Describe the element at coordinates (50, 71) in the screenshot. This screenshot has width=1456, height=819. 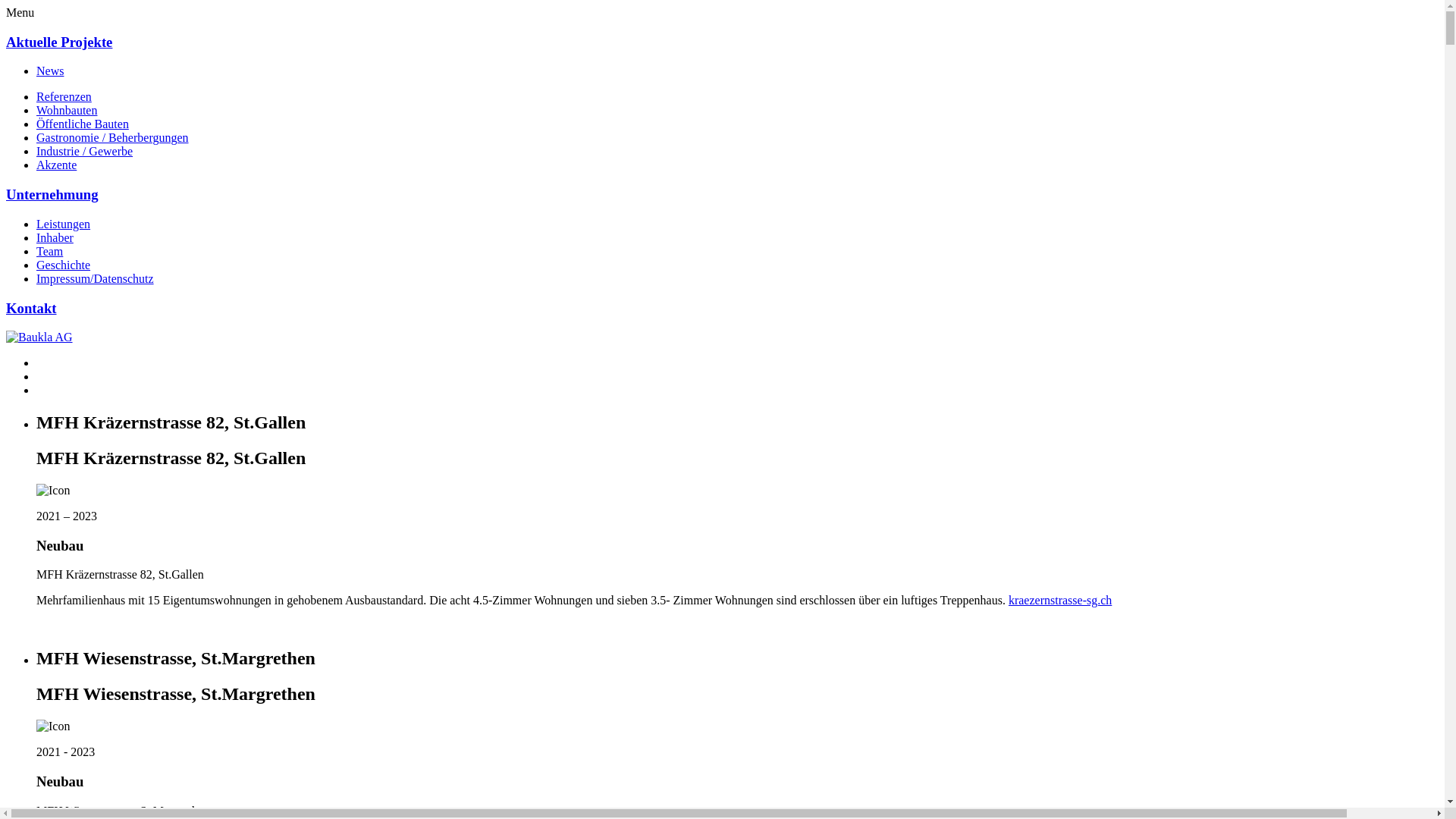
I see `'News'` at that location.